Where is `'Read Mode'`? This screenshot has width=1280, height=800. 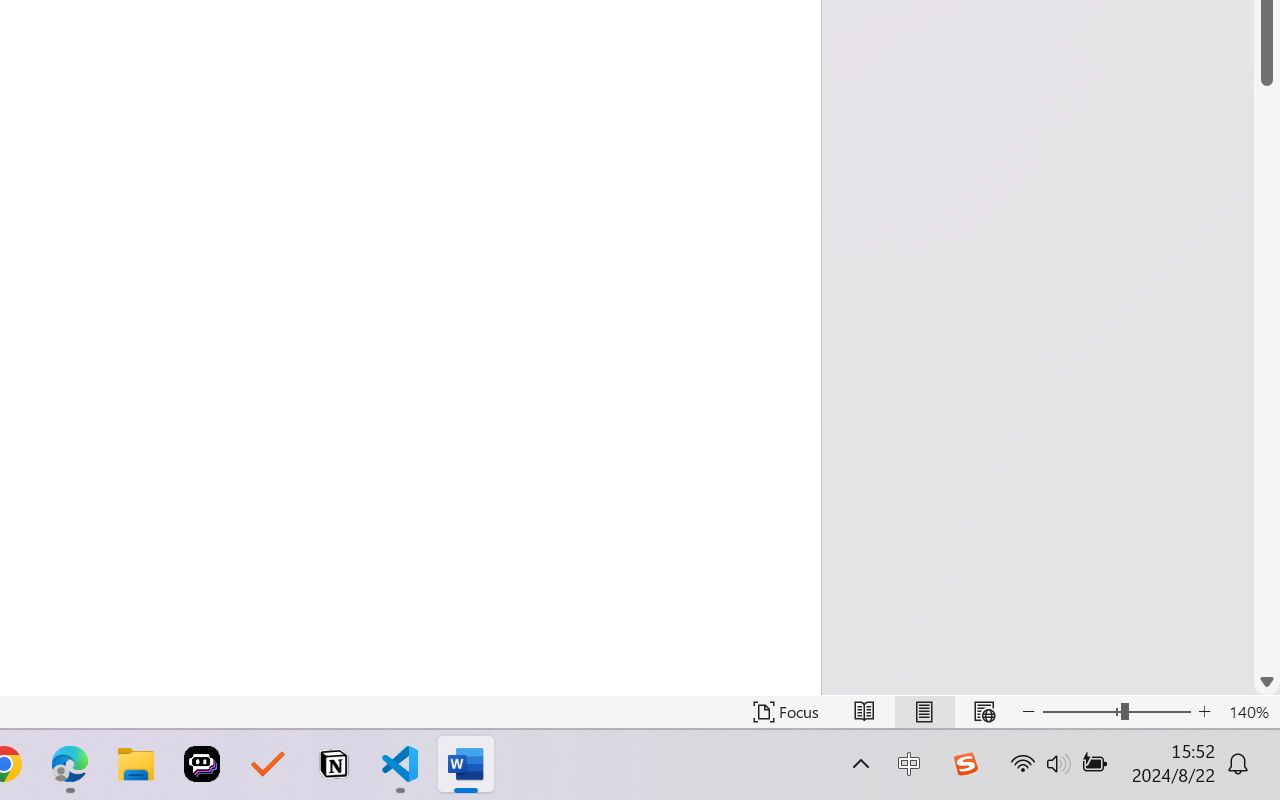 'Read Mode' is located at coordinates (864, 711).